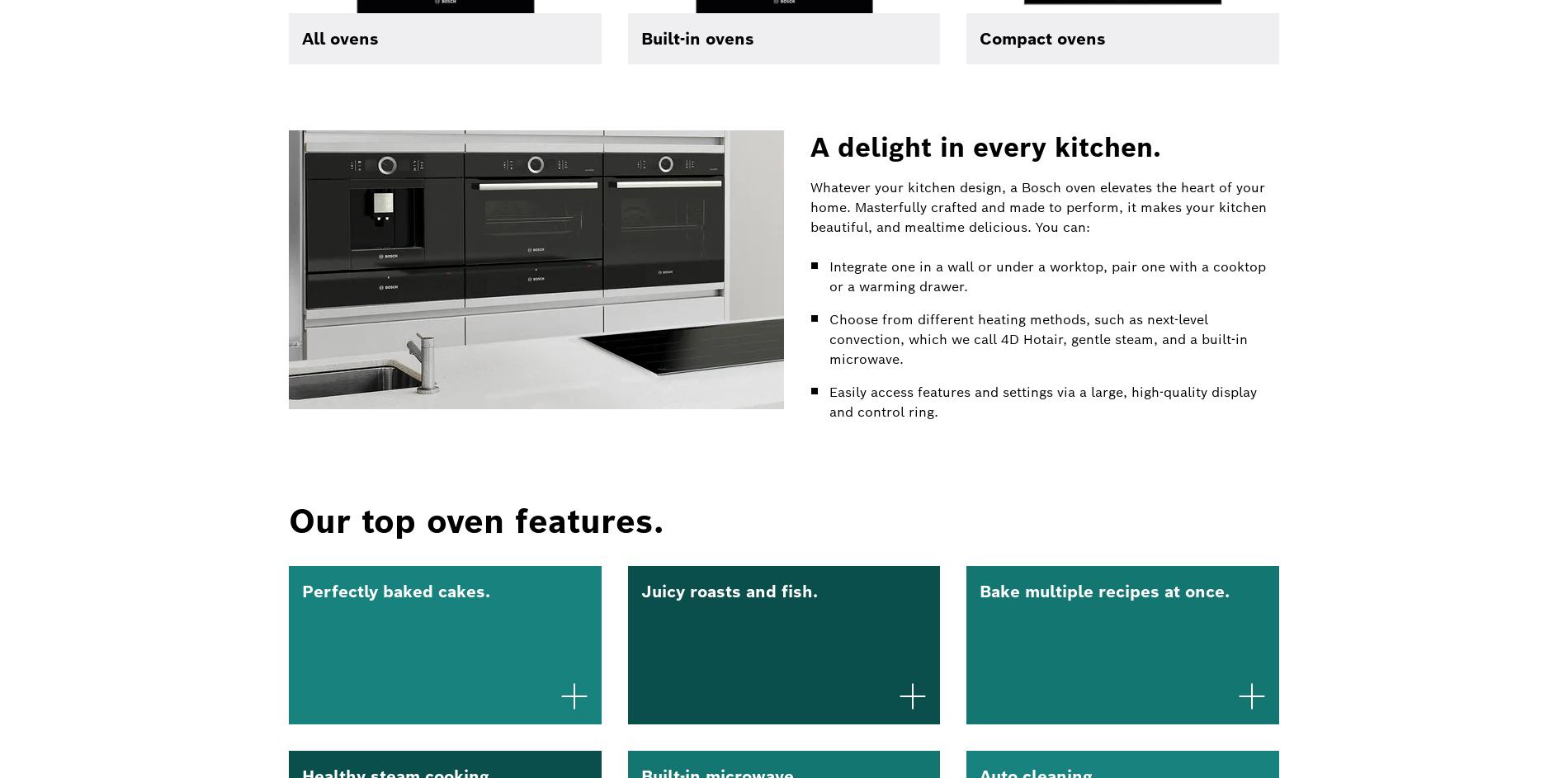  What do you see at coordinates (566, 172) in the screenshot?
I see `'History'` at bounding box center [566, 172].